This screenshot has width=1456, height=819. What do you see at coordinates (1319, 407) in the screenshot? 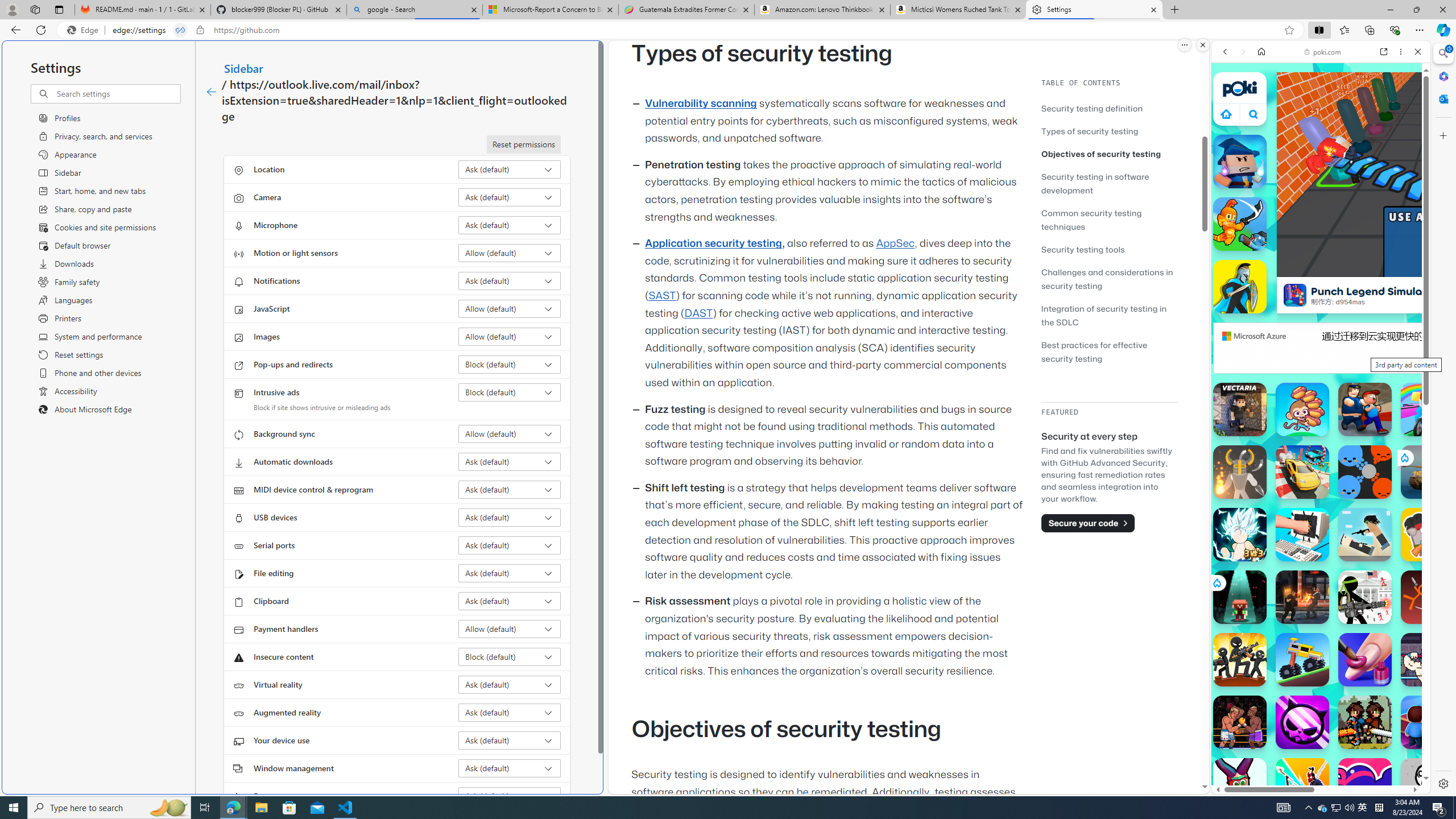
I see `'Games for Girls'` at bounding box center [1319, 407].